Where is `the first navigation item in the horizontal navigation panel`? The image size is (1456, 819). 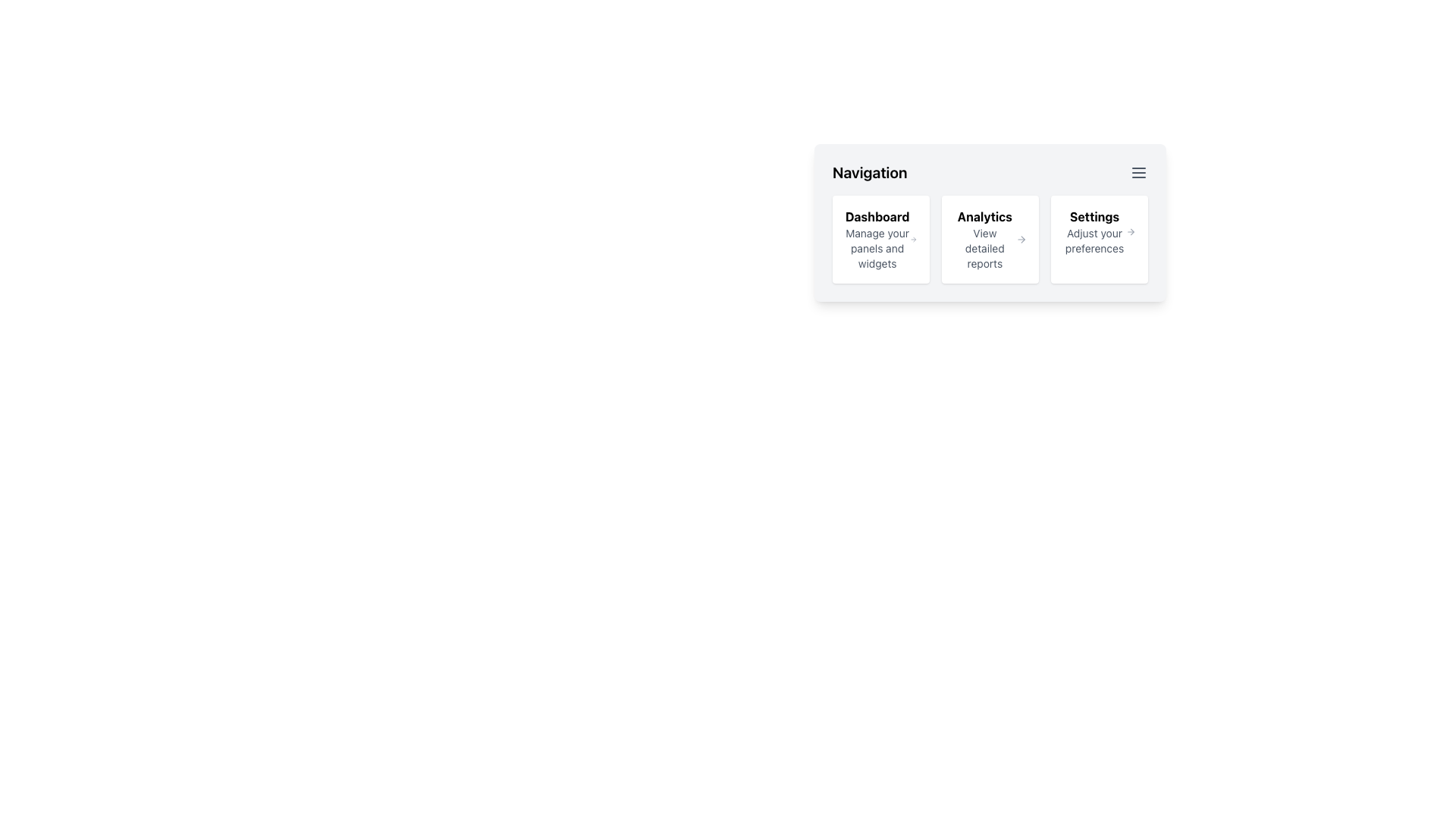 the first navigation item in the horizontal navigation panel is located at coordinates (877, 239).